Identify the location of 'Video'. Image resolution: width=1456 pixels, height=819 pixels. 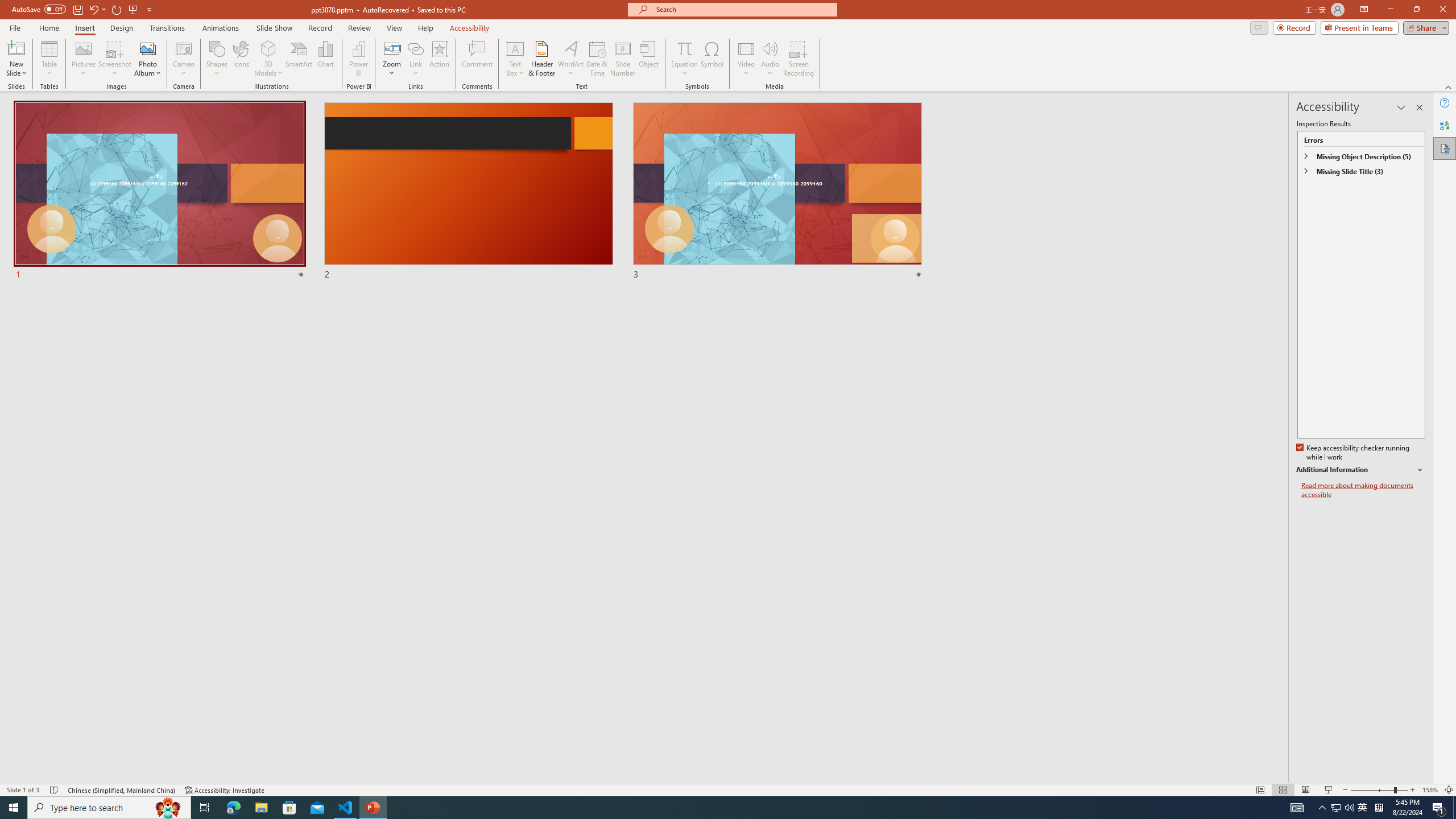
(746, 59).